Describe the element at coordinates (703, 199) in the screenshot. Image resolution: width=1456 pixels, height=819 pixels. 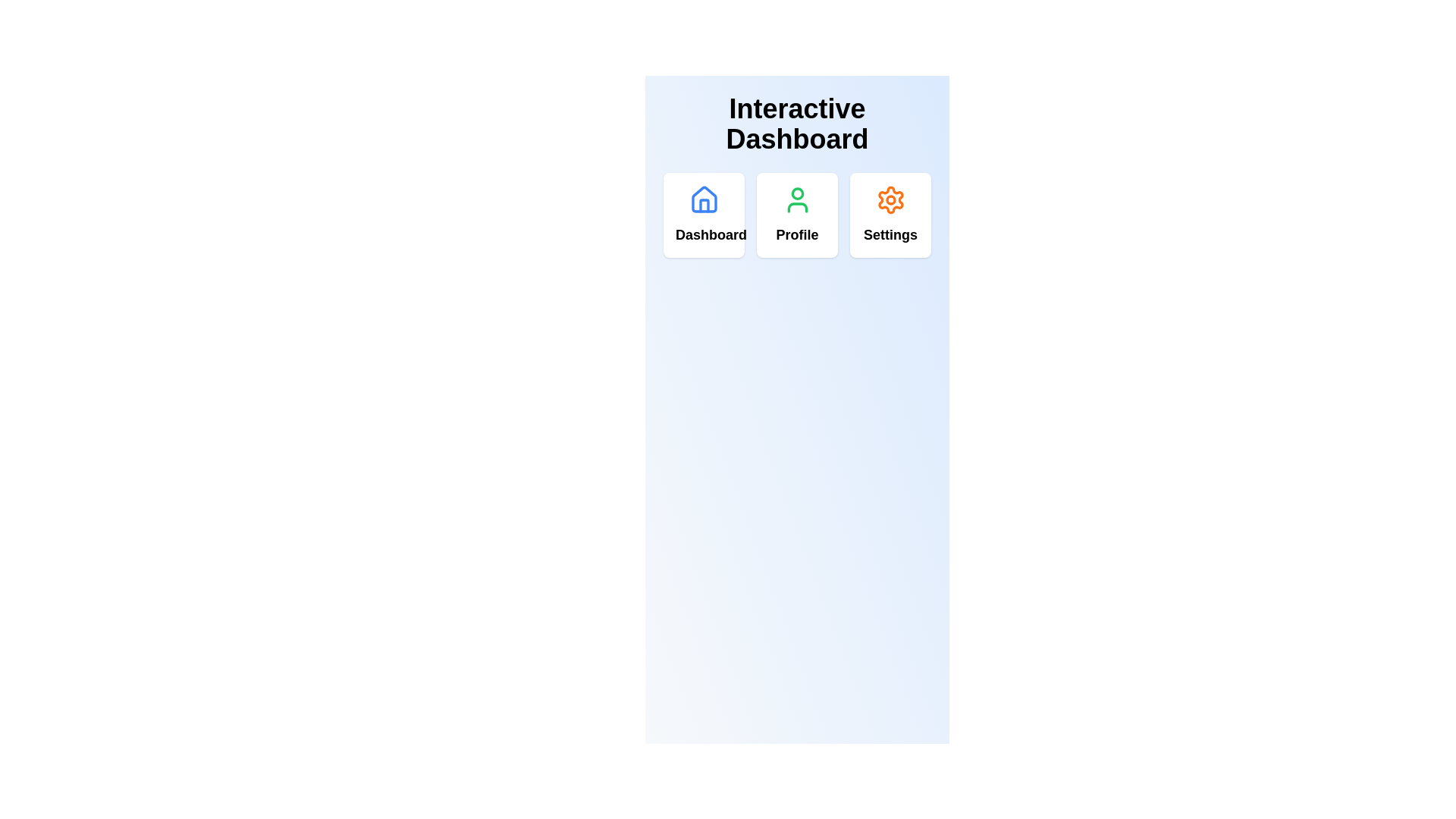
I see `the blue house icon located at the top center of the dashboard card` at that location.